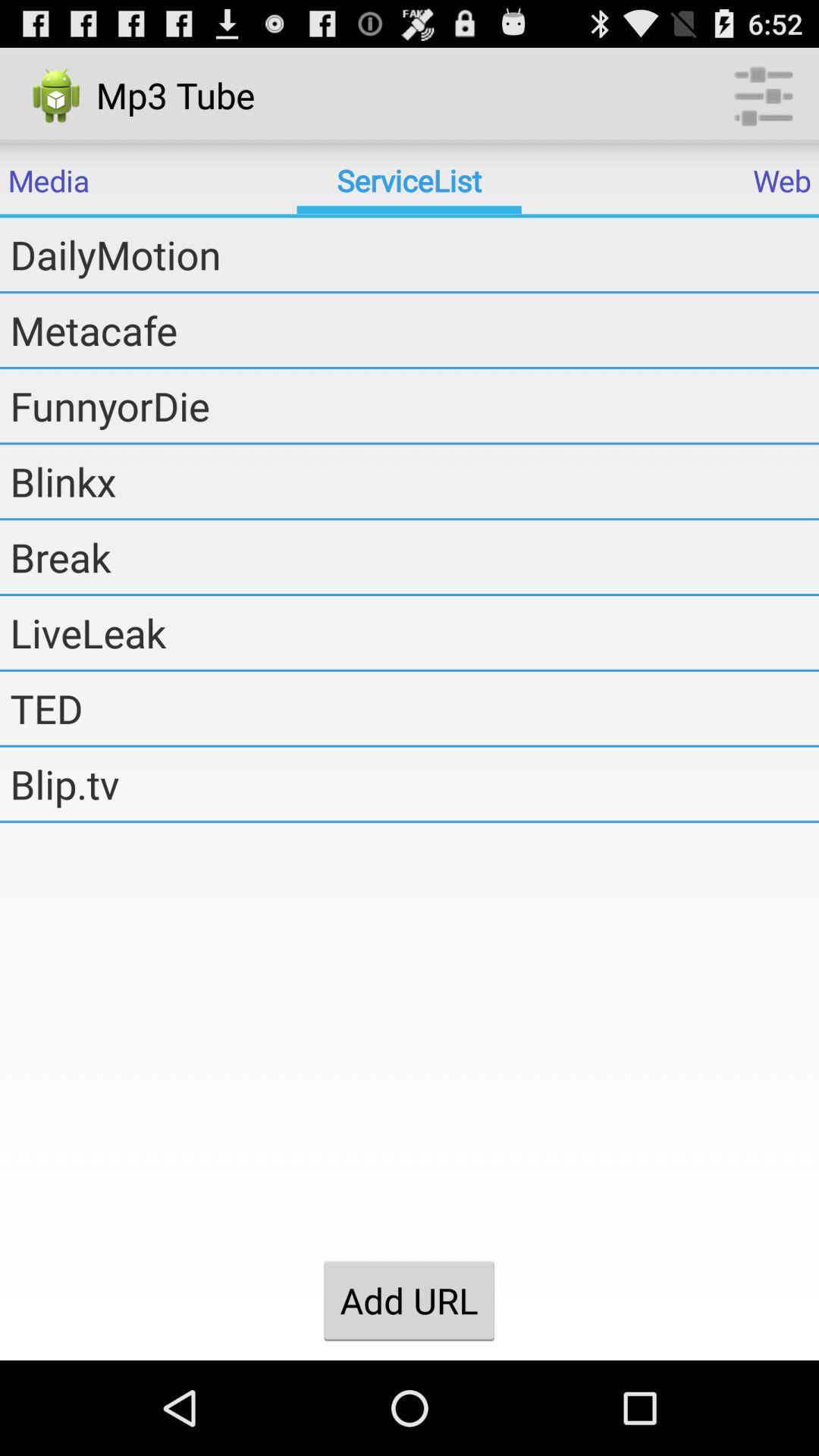 The width and height of the screenshot is (819, 1456). I want to click on the icon above the metacafe icon, so click(414, 254).